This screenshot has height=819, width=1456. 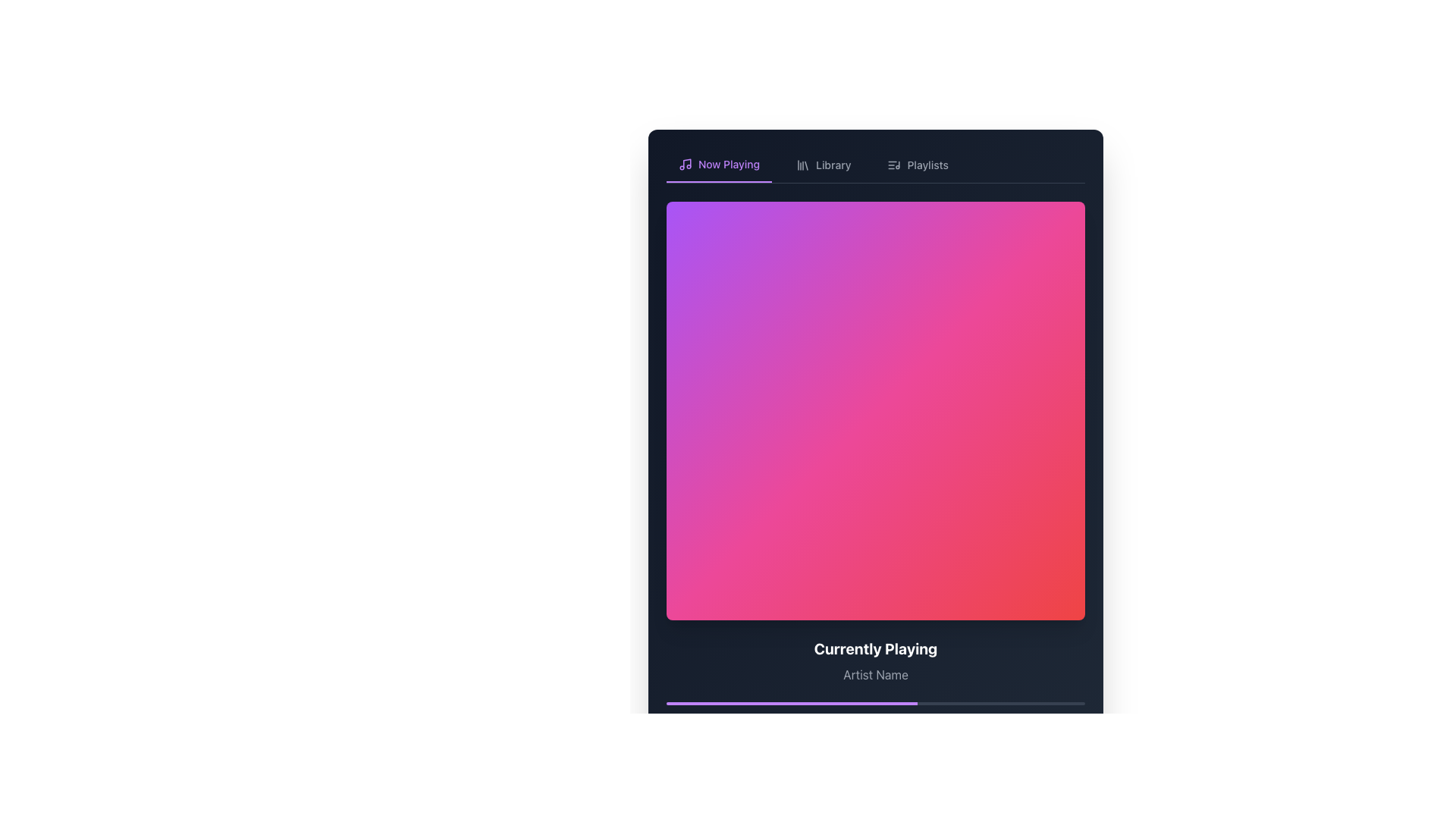 What do you see at coordinates (876, 165) in the screenshot?
I see `the 'Playlists' section of the navigation bar` at bounding box center [876, 165].